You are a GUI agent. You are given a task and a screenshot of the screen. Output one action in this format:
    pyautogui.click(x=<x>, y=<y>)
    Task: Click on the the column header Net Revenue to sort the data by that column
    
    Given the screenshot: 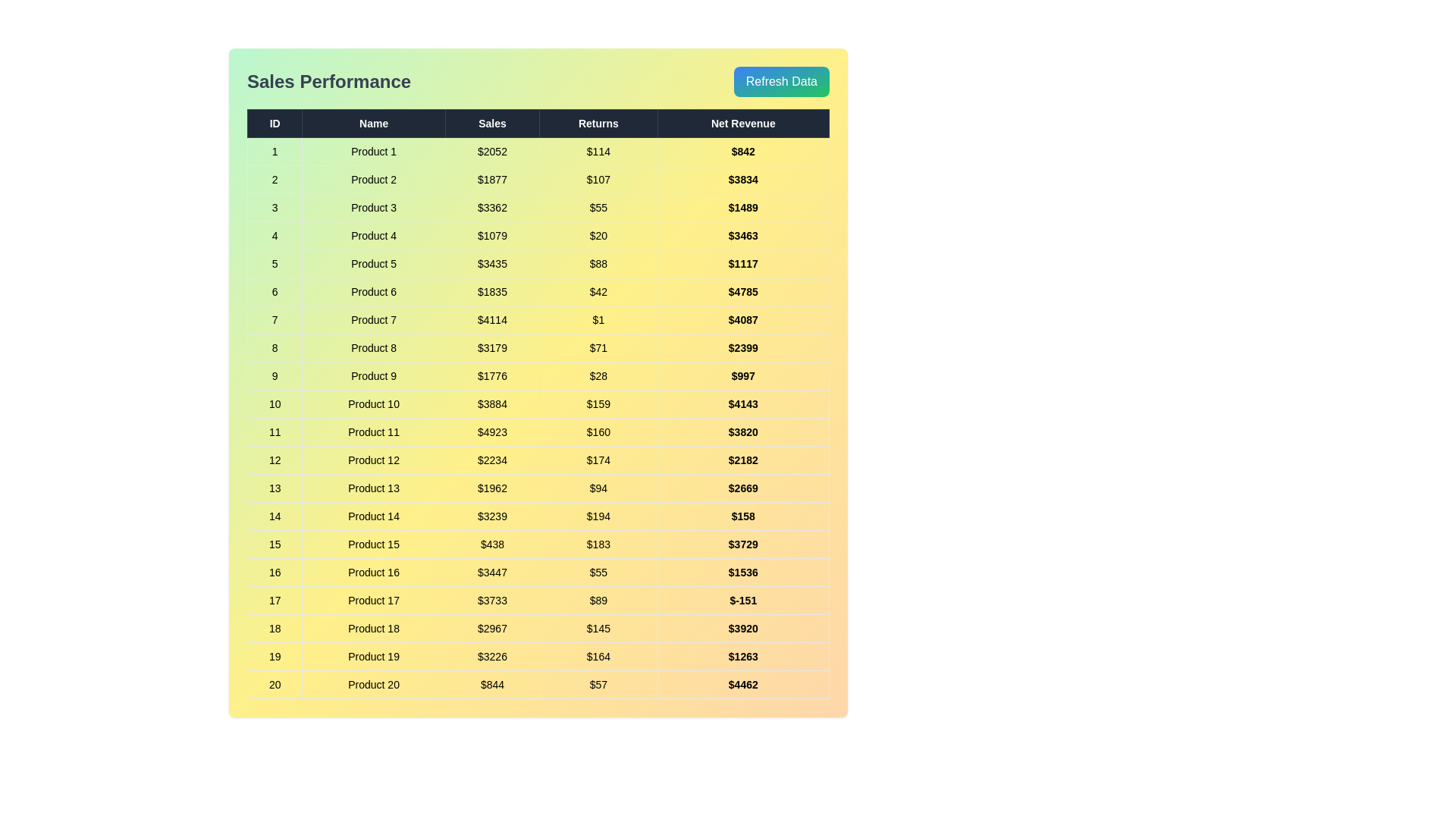 What is the action you would take?
    pyautogui.click(x=743, y=122)
    